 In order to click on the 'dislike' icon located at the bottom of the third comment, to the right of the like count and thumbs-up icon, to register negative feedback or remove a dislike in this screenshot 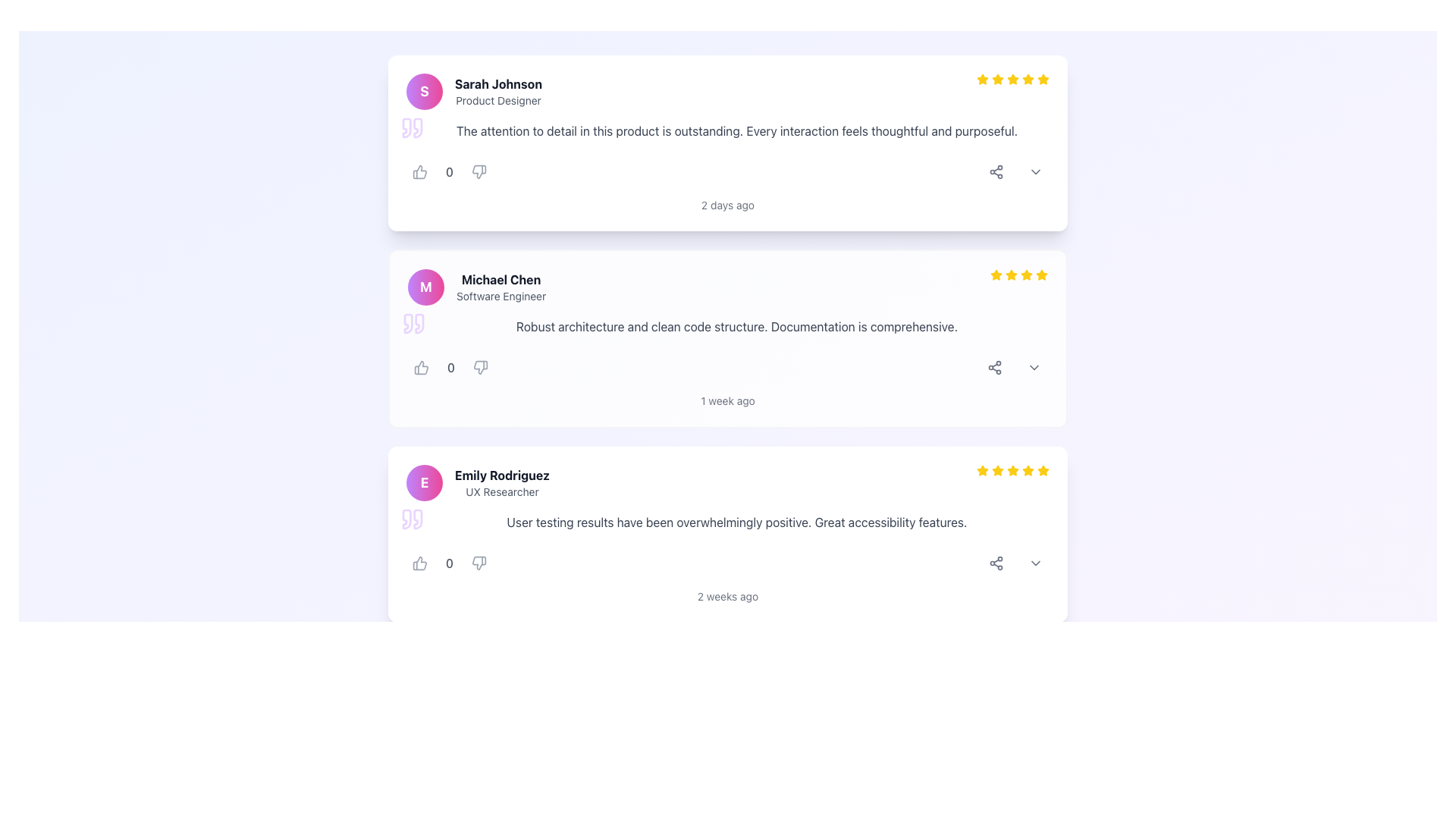, I will do `click(479, 563)`.